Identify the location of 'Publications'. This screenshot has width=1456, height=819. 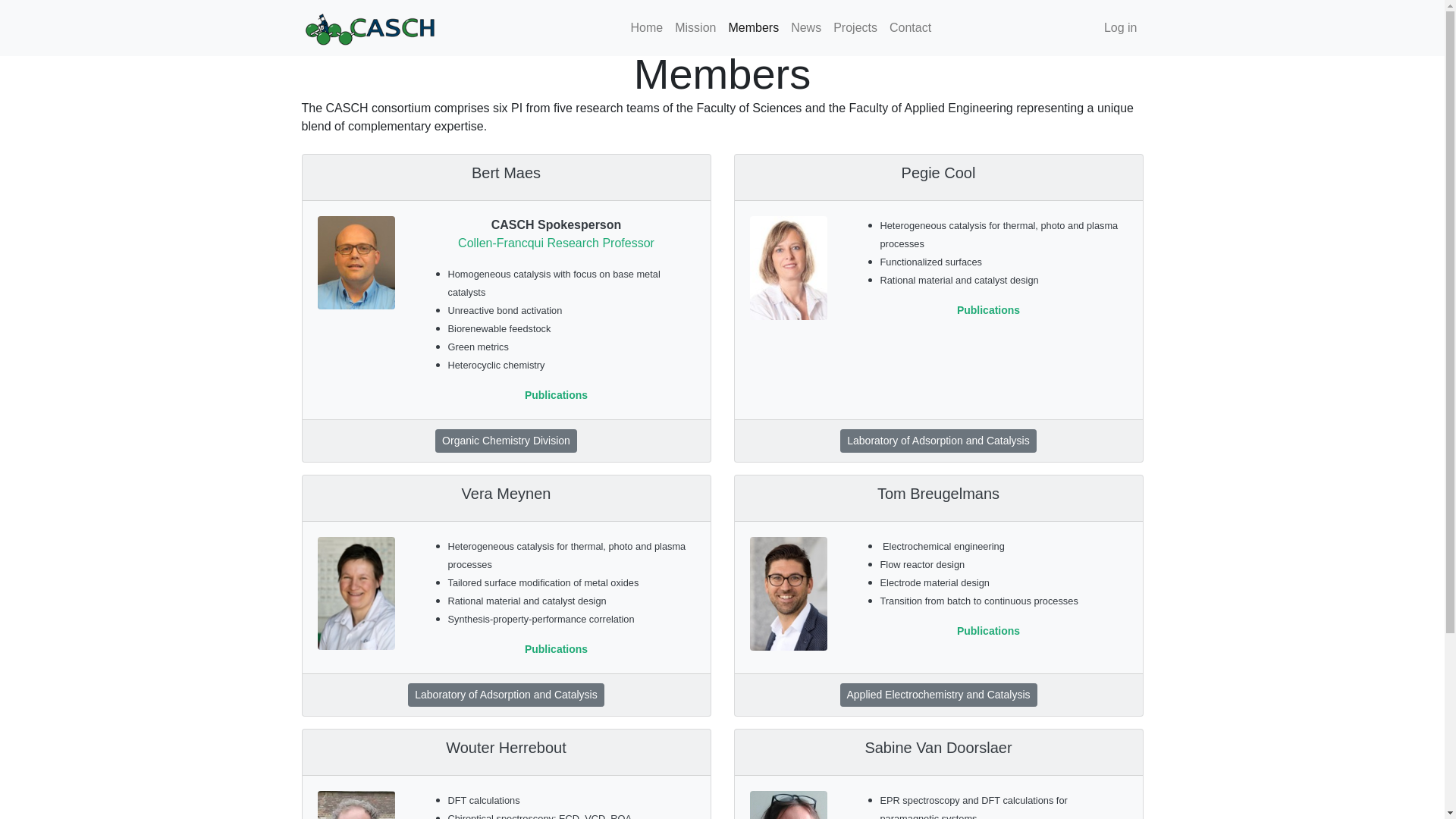
(555, 394).